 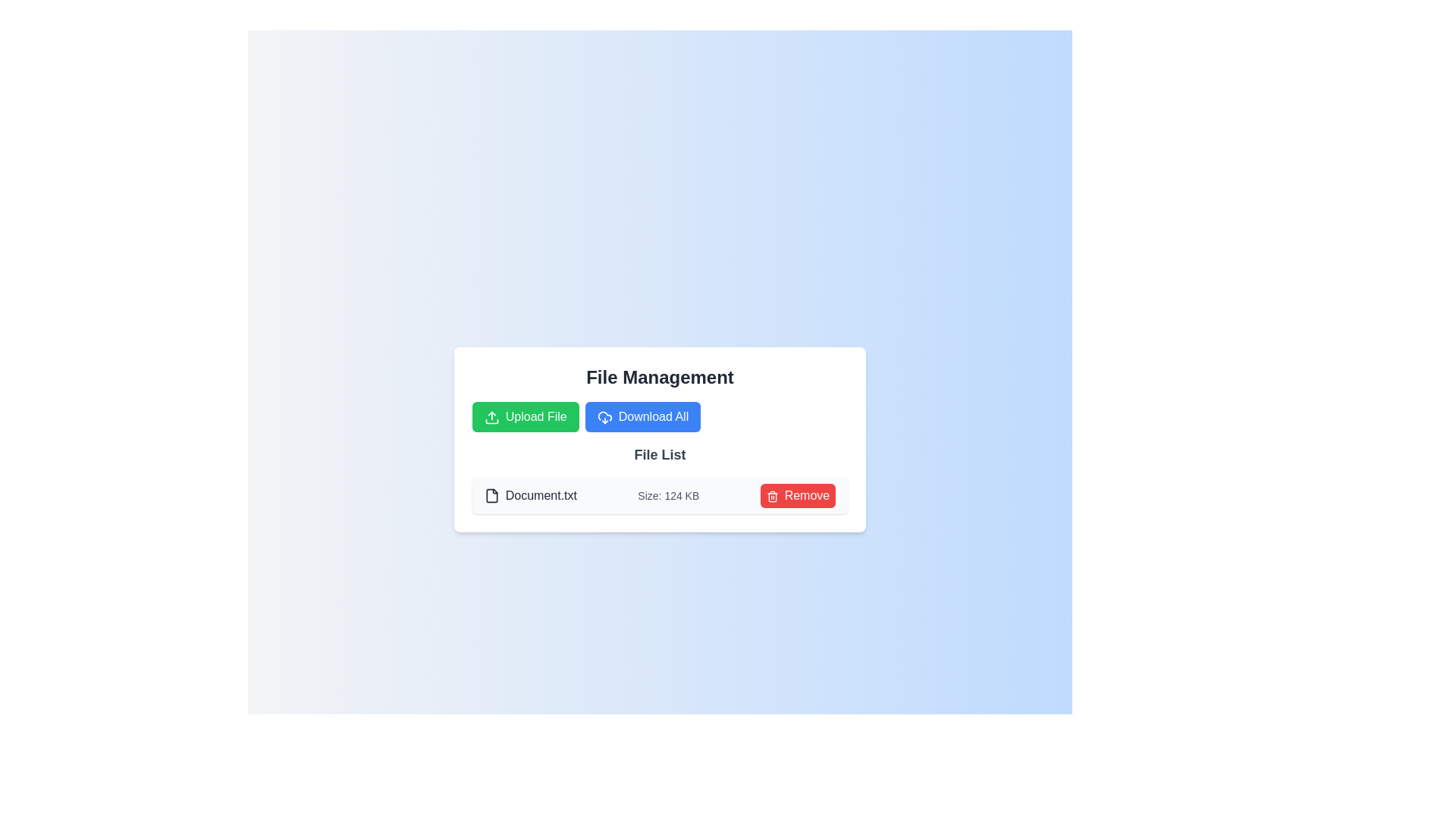 What do you see at coordinates (491, 496) in the screenshot?
I see `the document icon that visually represents a file, located to the left of the 'Document.txt' label` at bounding box center [491, 496].